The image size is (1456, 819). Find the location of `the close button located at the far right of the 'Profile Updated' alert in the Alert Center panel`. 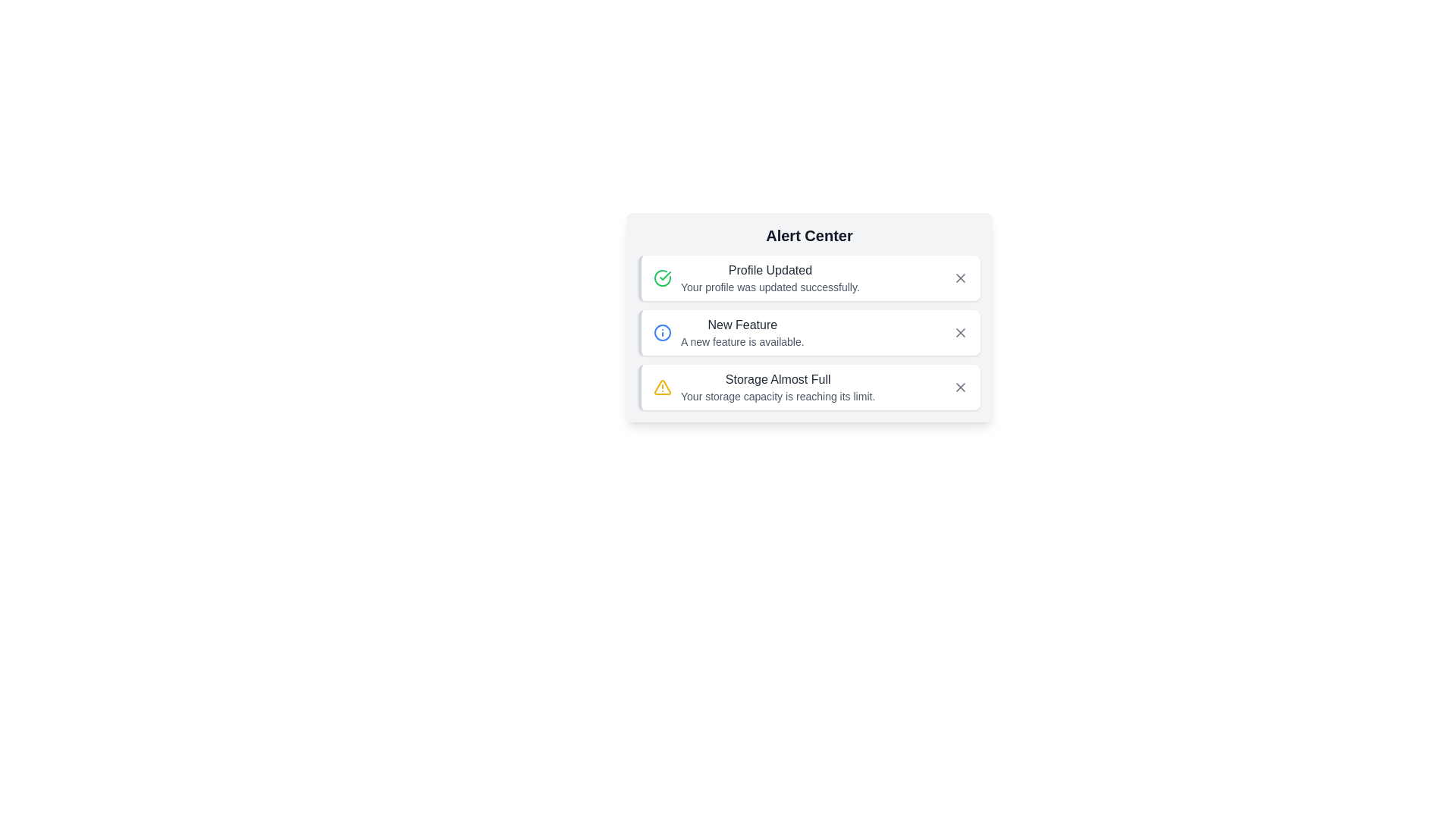

the close button located at the far right of the 'Profile Updated' alert in the Alert Center panel is located at coordinates (960, 278).